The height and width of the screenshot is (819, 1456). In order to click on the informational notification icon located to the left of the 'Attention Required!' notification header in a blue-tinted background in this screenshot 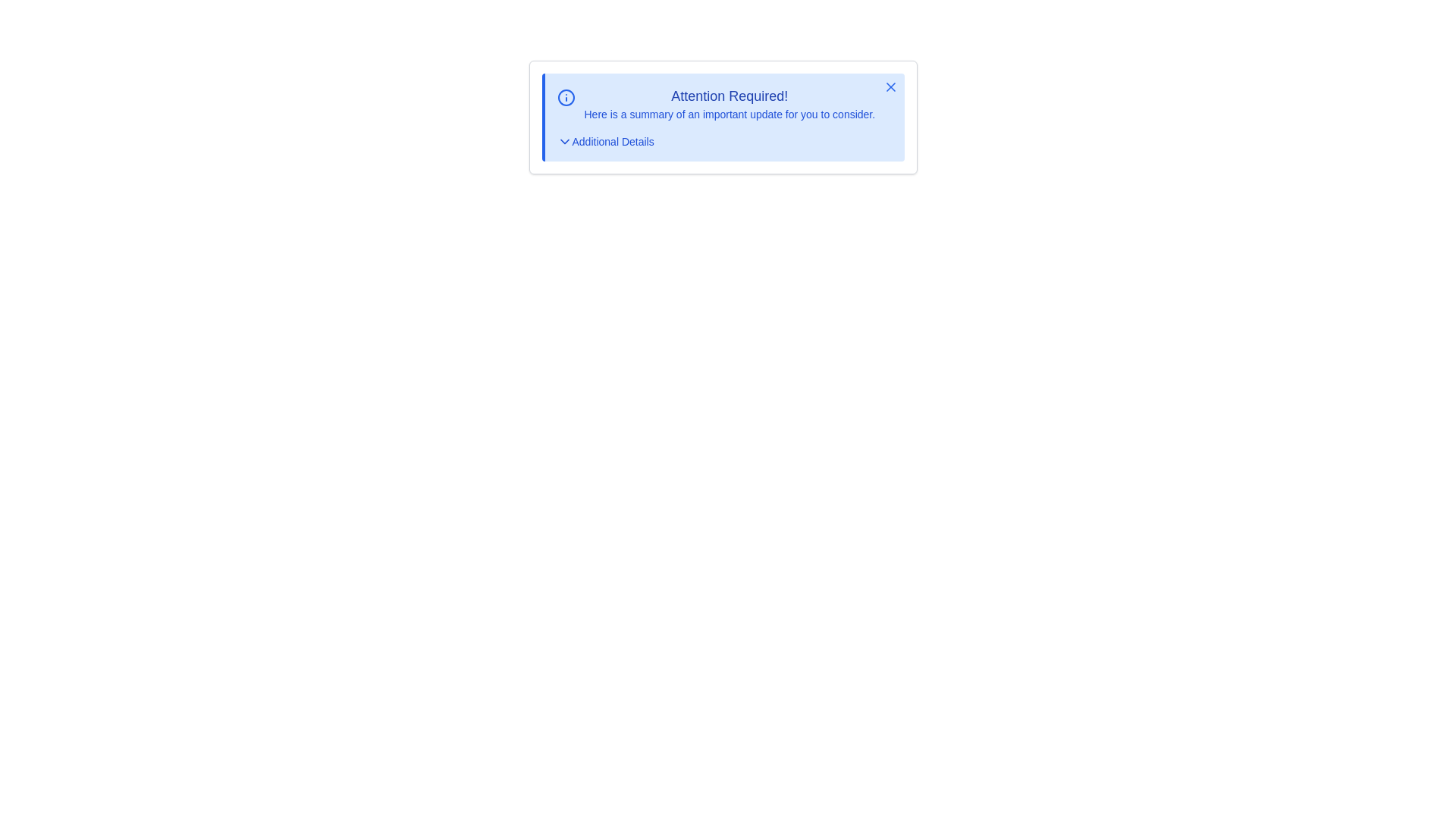, I will do `click(565, 97)`.